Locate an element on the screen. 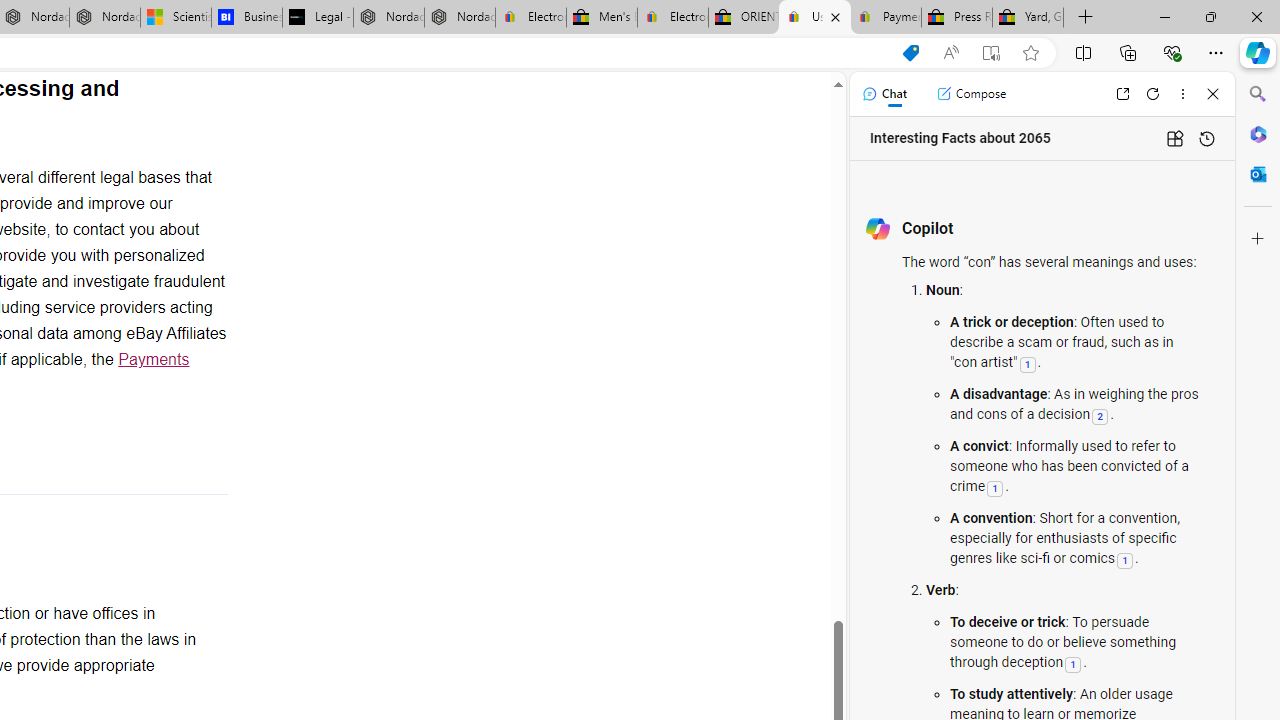 The image size is (1280, 720). 'Enter Immersive Reader (F9)' is located at coordinates (991, 52).